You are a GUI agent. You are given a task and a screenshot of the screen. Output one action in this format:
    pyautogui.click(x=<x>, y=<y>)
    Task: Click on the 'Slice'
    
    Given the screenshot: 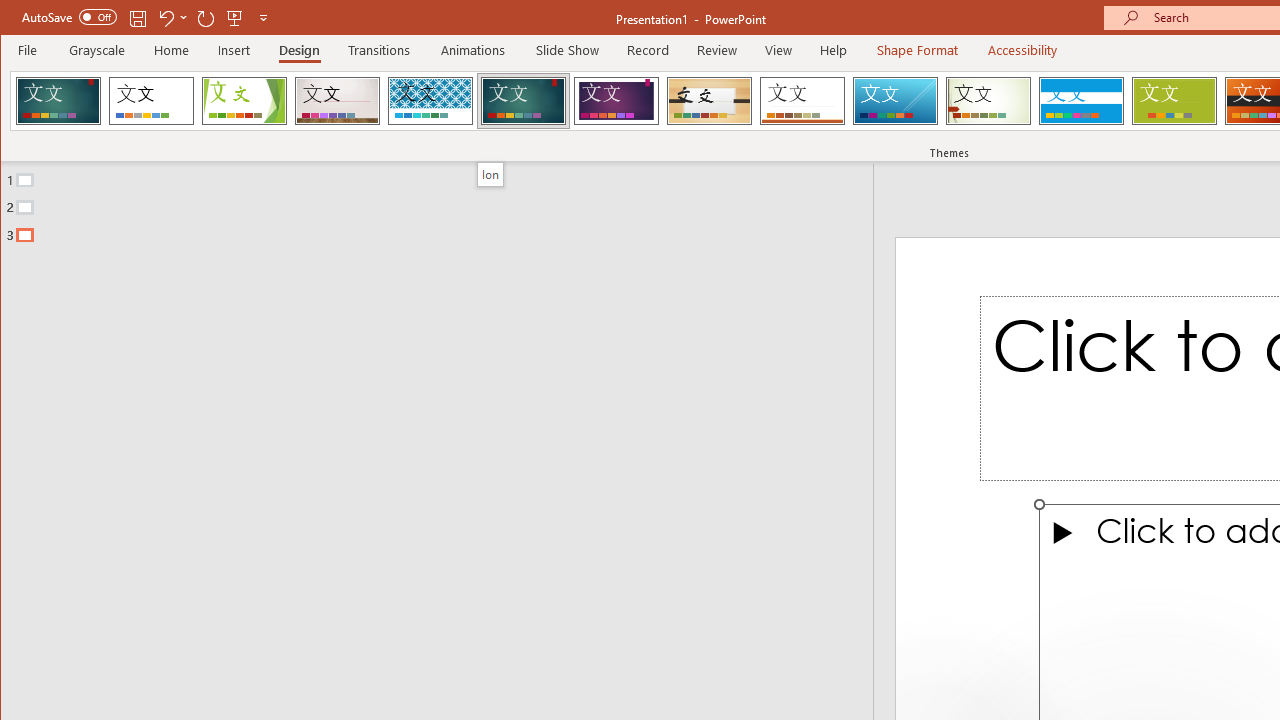 What is the action you would take?
    pyautogui.click(x=894, y=100)
    